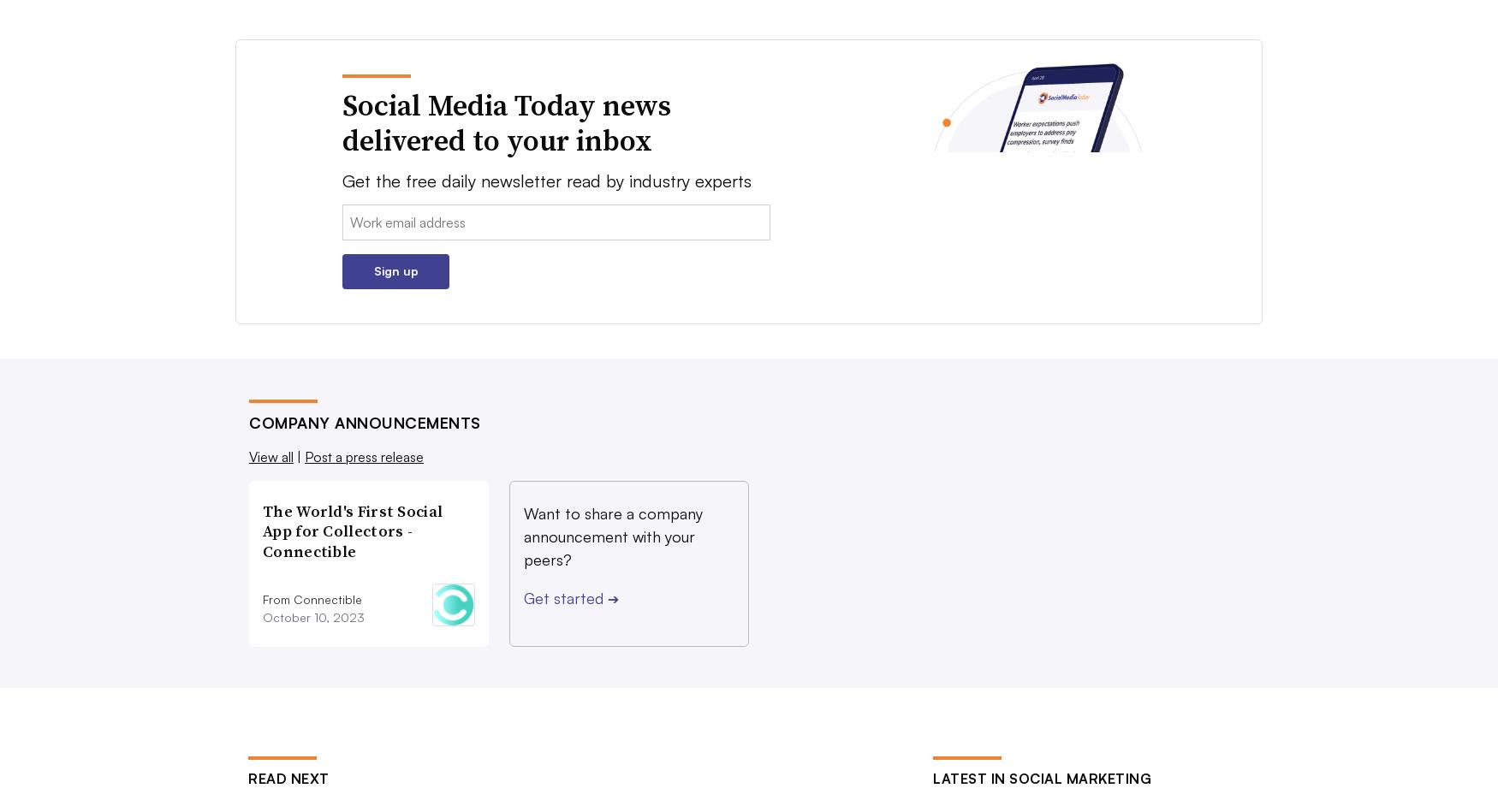  I want to click on 'Get the free daily newsletter read by industry experts', so click(342, 179).